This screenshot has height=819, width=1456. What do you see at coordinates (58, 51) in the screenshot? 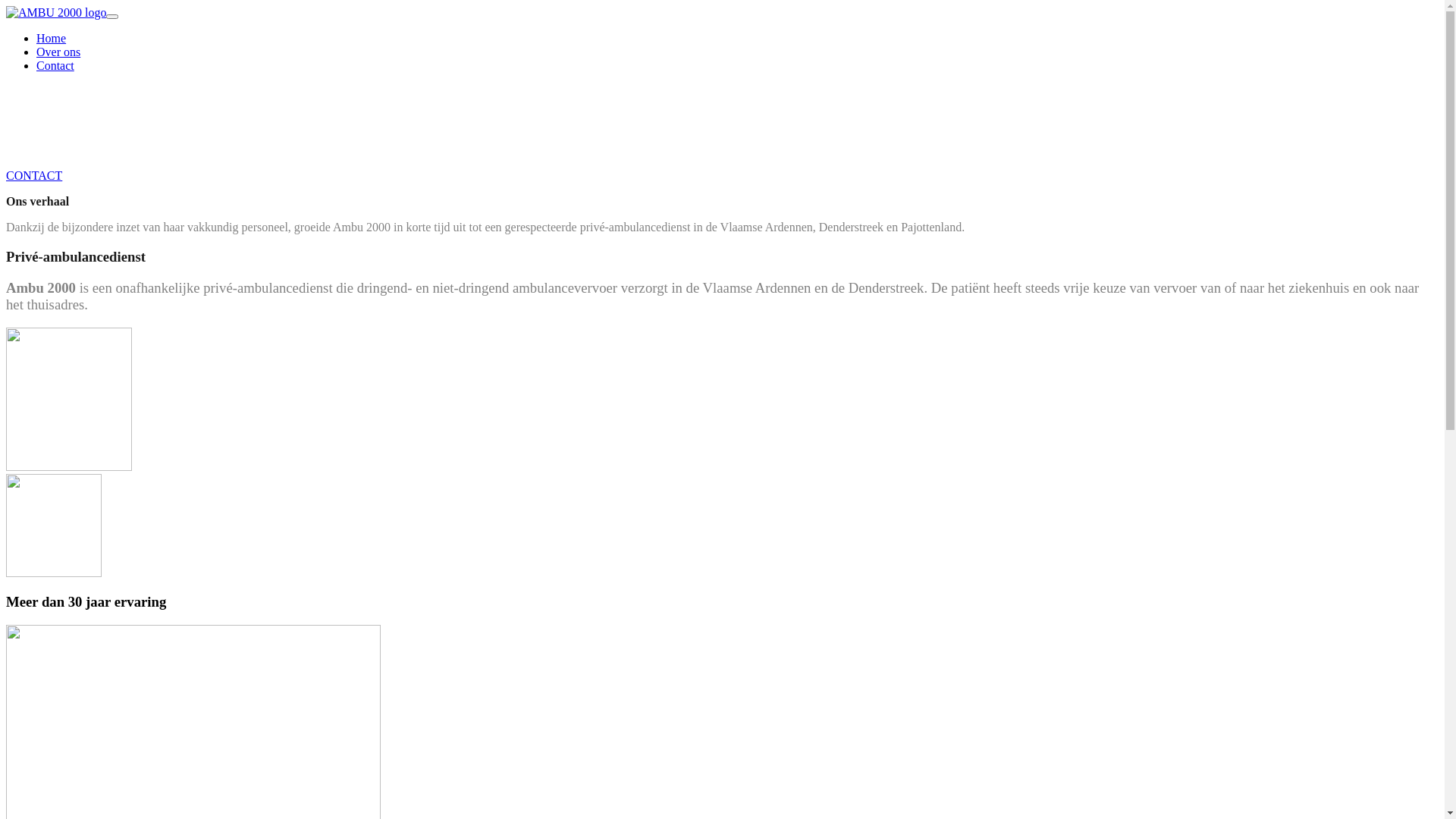
I see `'Over ons'` at bounding box center [58, 51].